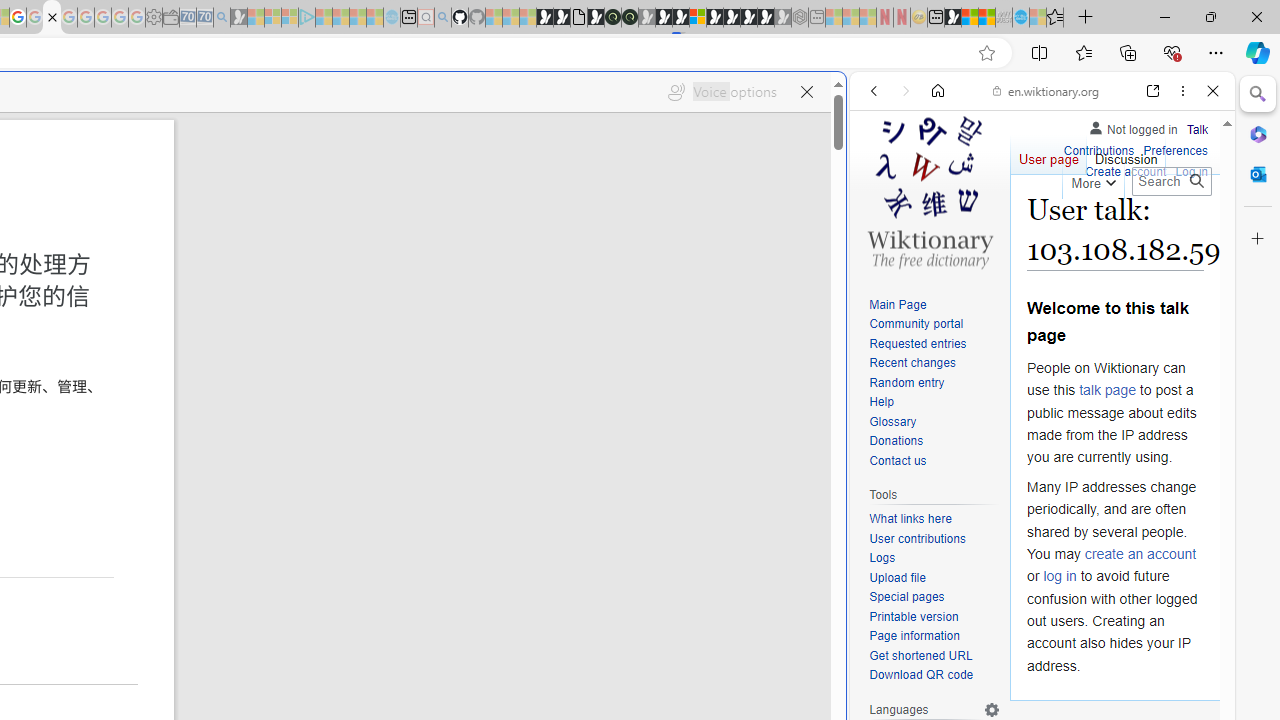 The image size is (1280, 720). Describe the element at coordinates (934, 383) in the screenshot. I see `'Random entry'` at that location.